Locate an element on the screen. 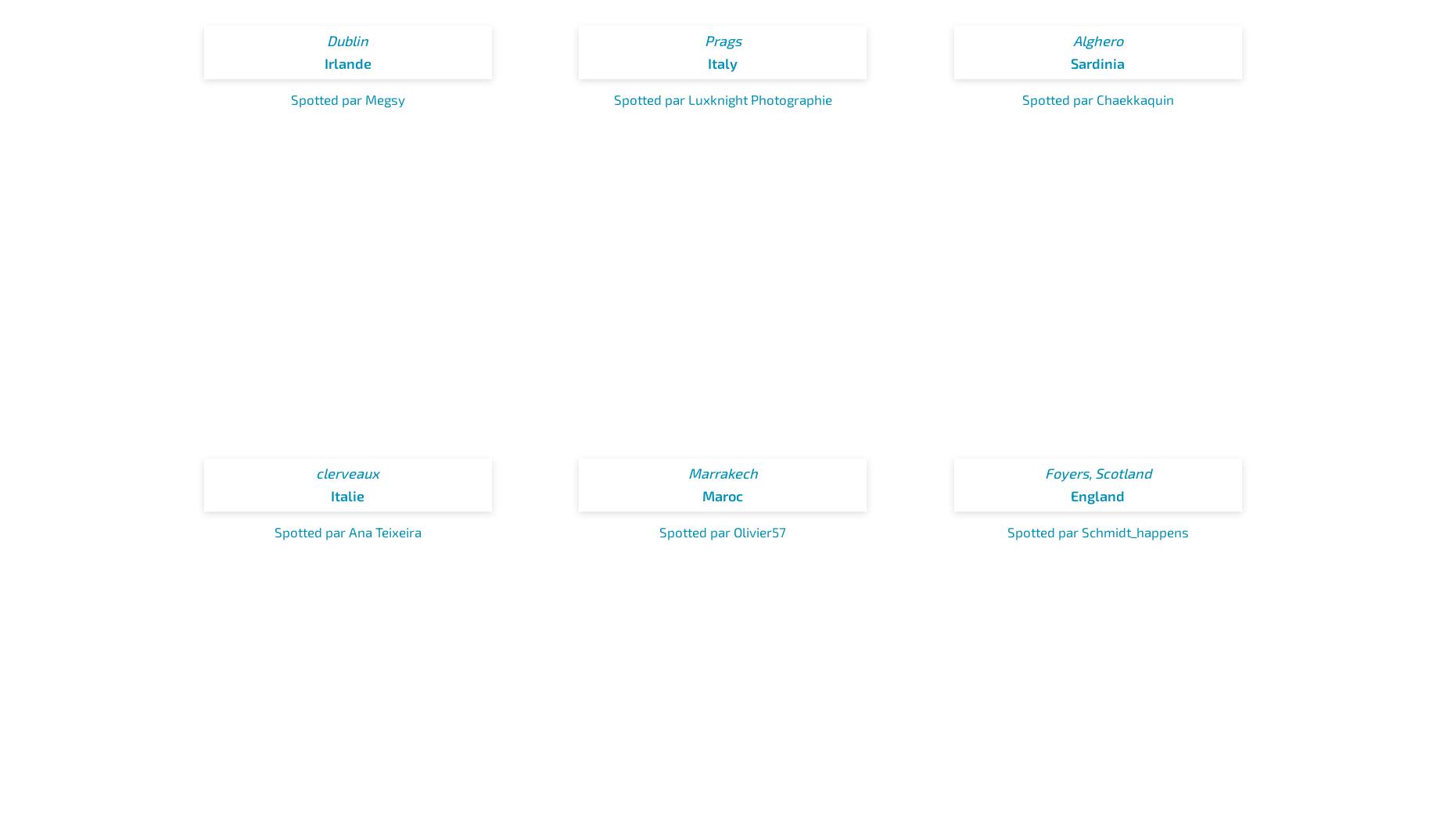 The image size is (1447, 840). 'Spotted par Schmidt_happens' is located at coordinates (1097, 529).